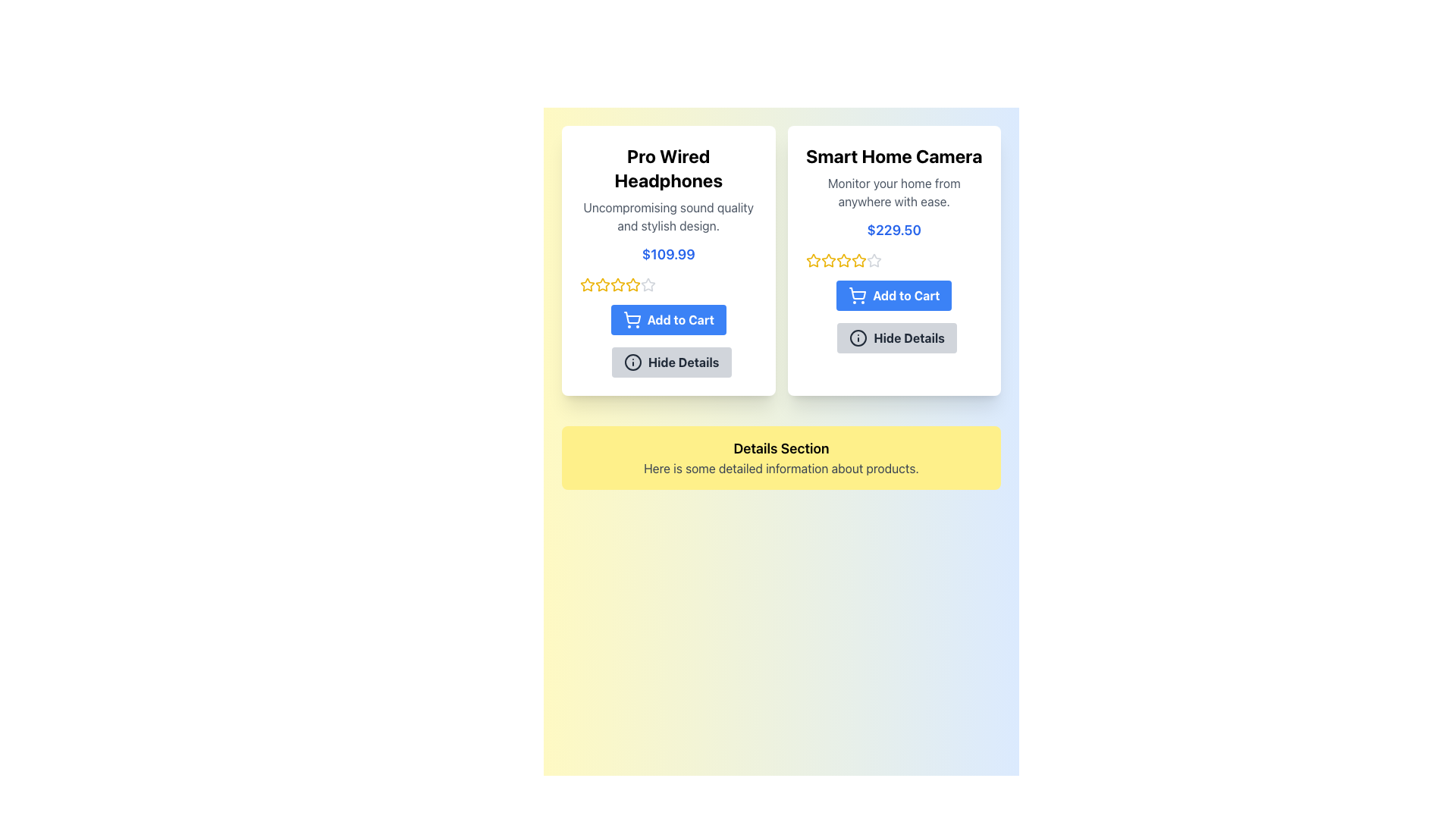  Describe the element at coordinates (843, 259) in the screenshot. I see `the third rating star icon` at that location.